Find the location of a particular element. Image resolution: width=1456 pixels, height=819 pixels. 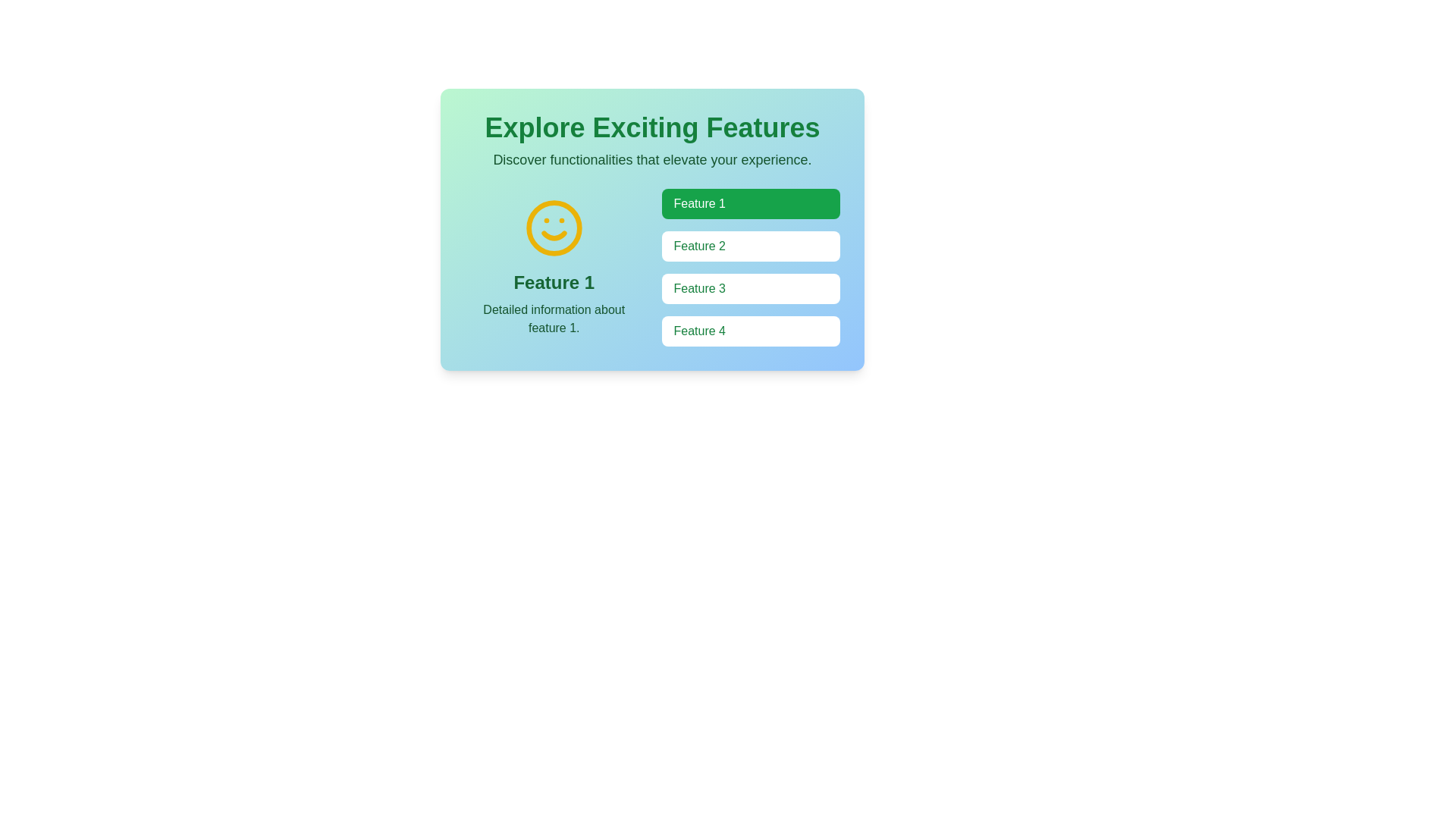

the second button in a vertical sequence of four buttons, located beneath the 'Feature 1' button and above the 'Feature 3' button, on the right side of a card layout is located at coordinates (751, 245).